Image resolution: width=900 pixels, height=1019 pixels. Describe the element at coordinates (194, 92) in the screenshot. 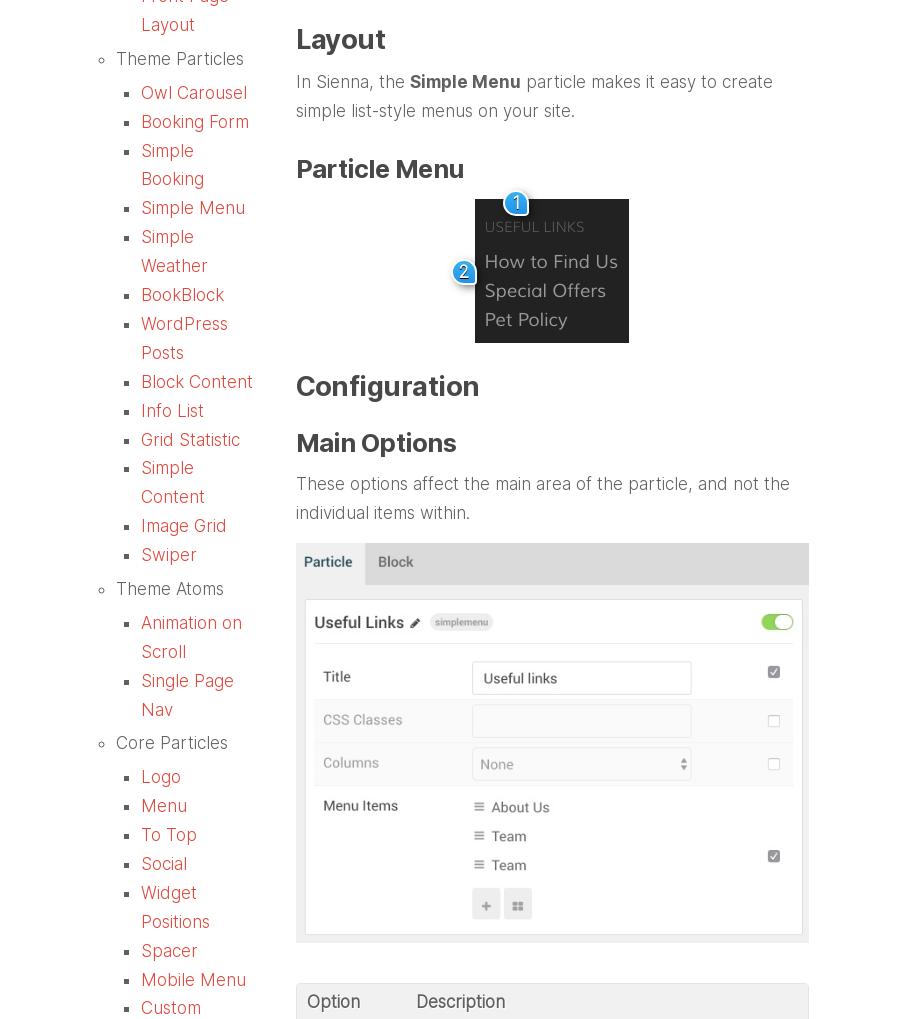

I see `'Owl Carousel'` at that location.